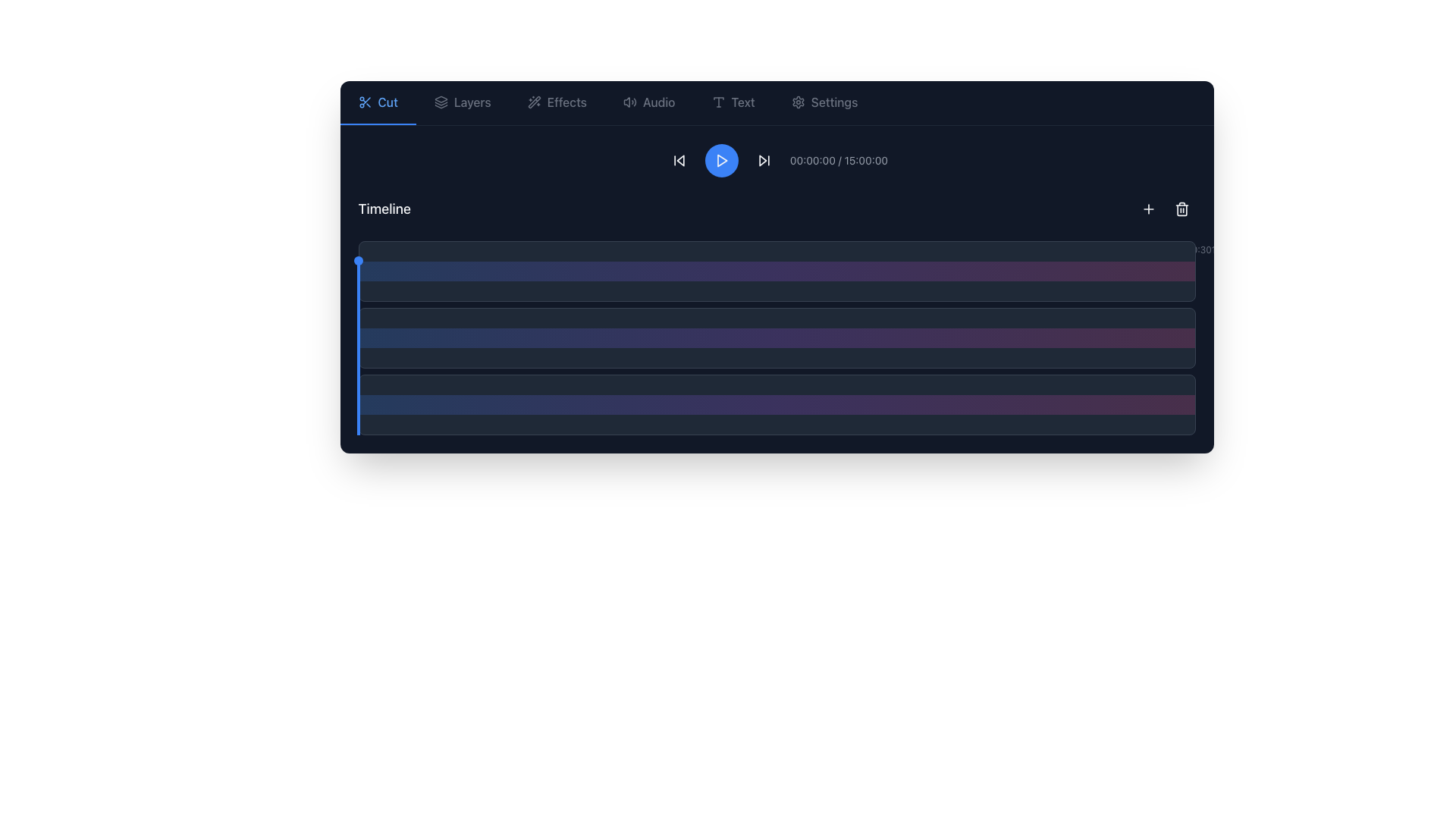 This screenshot has width=1456, height=819. What do you see at coordinates (838, 161) in the screenshot?
I see `the text display field that shows the current playback time and total duration of the media file for accessibility navigation` at bounding box center [838, 161].